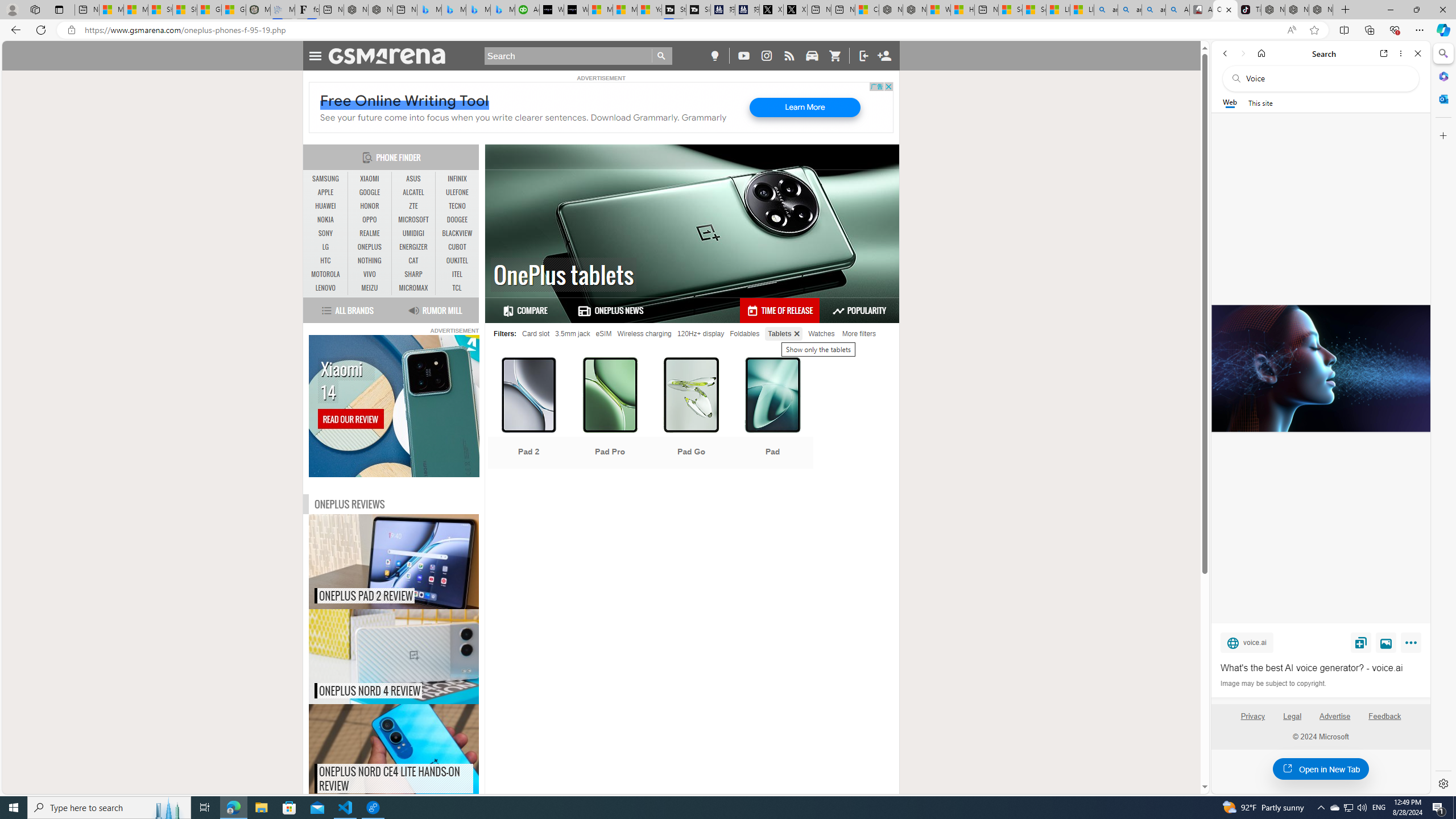  Describe the element at coordinates (572, 333) in the screenshot. I see `'3.5mm jack'` at that location.